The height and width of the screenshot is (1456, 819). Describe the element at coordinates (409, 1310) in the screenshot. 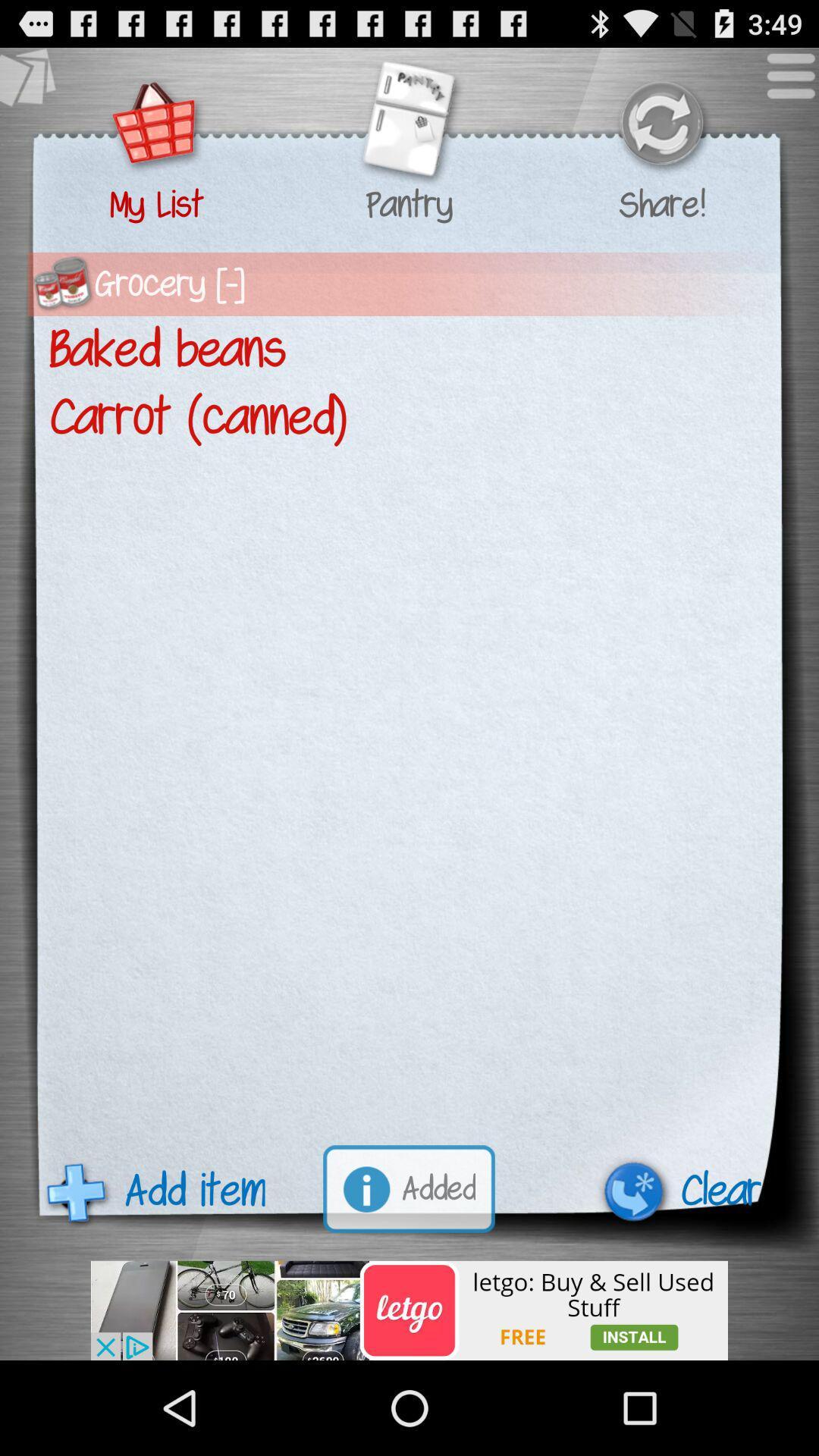

I see `shopping list liston free` at that location.